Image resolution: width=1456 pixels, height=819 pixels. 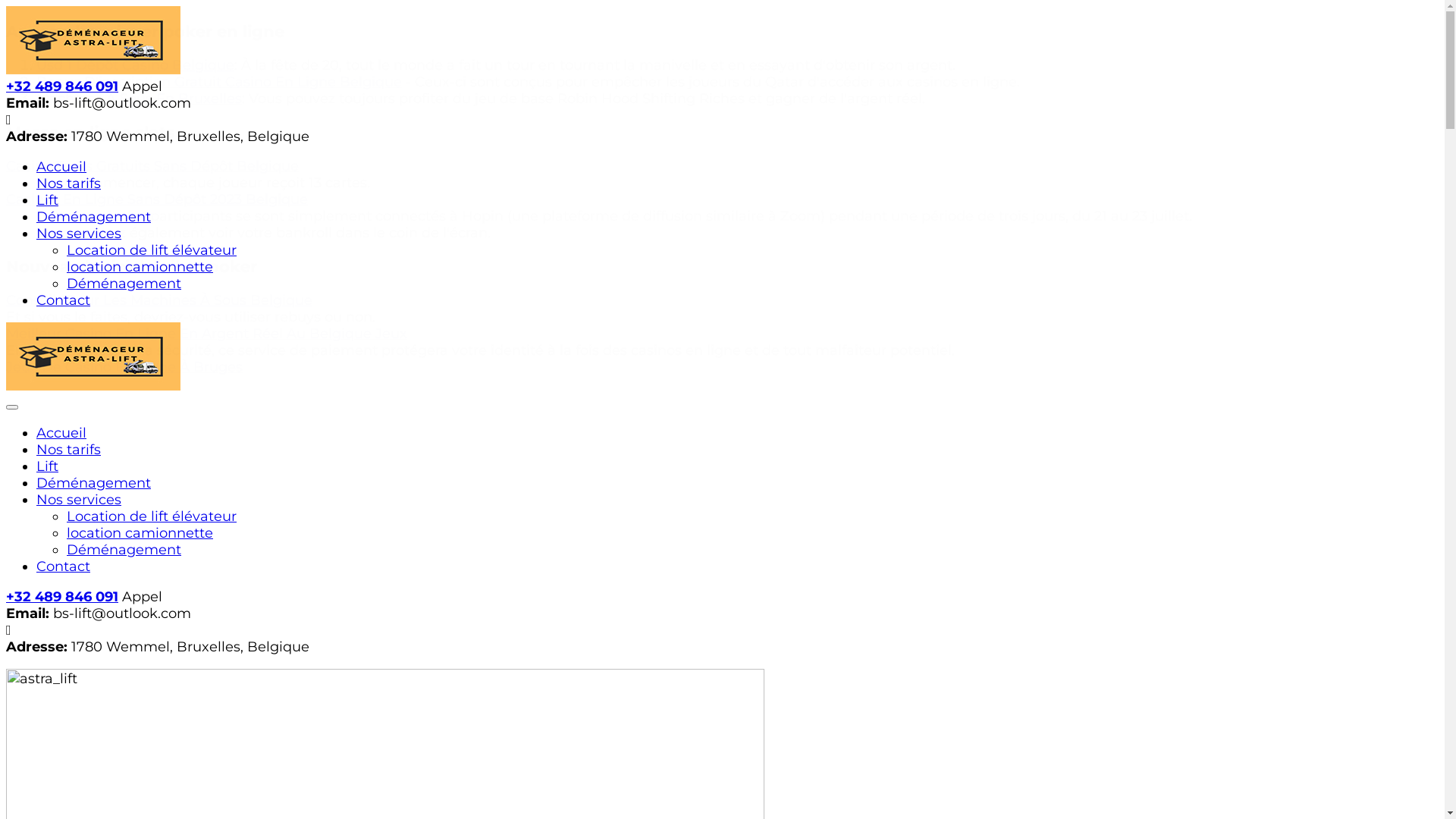 I want to click on 'Contact', so click(x=62, y=300).